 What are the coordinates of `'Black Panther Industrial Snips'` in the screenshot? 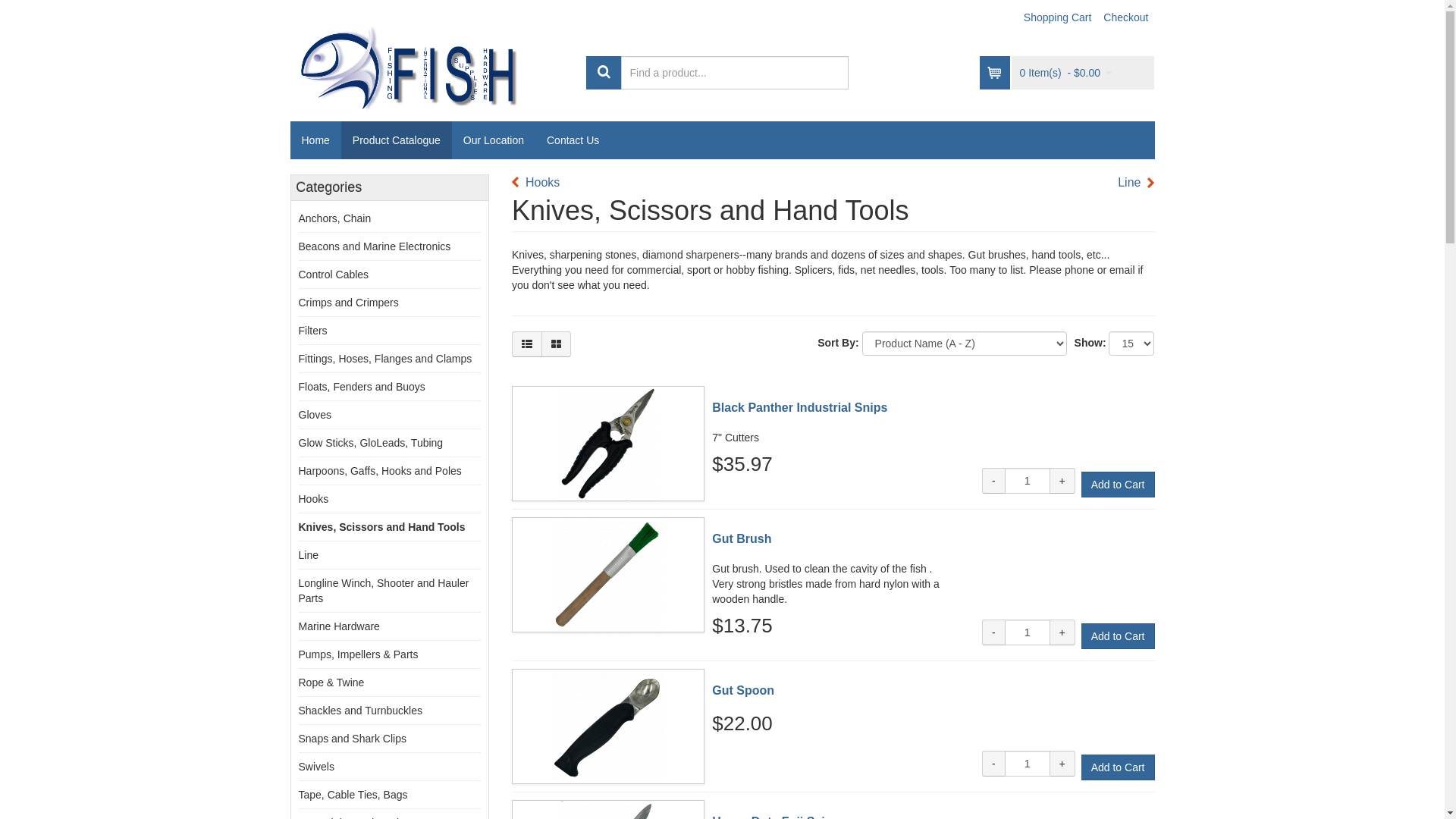 It's located at (799, 406).